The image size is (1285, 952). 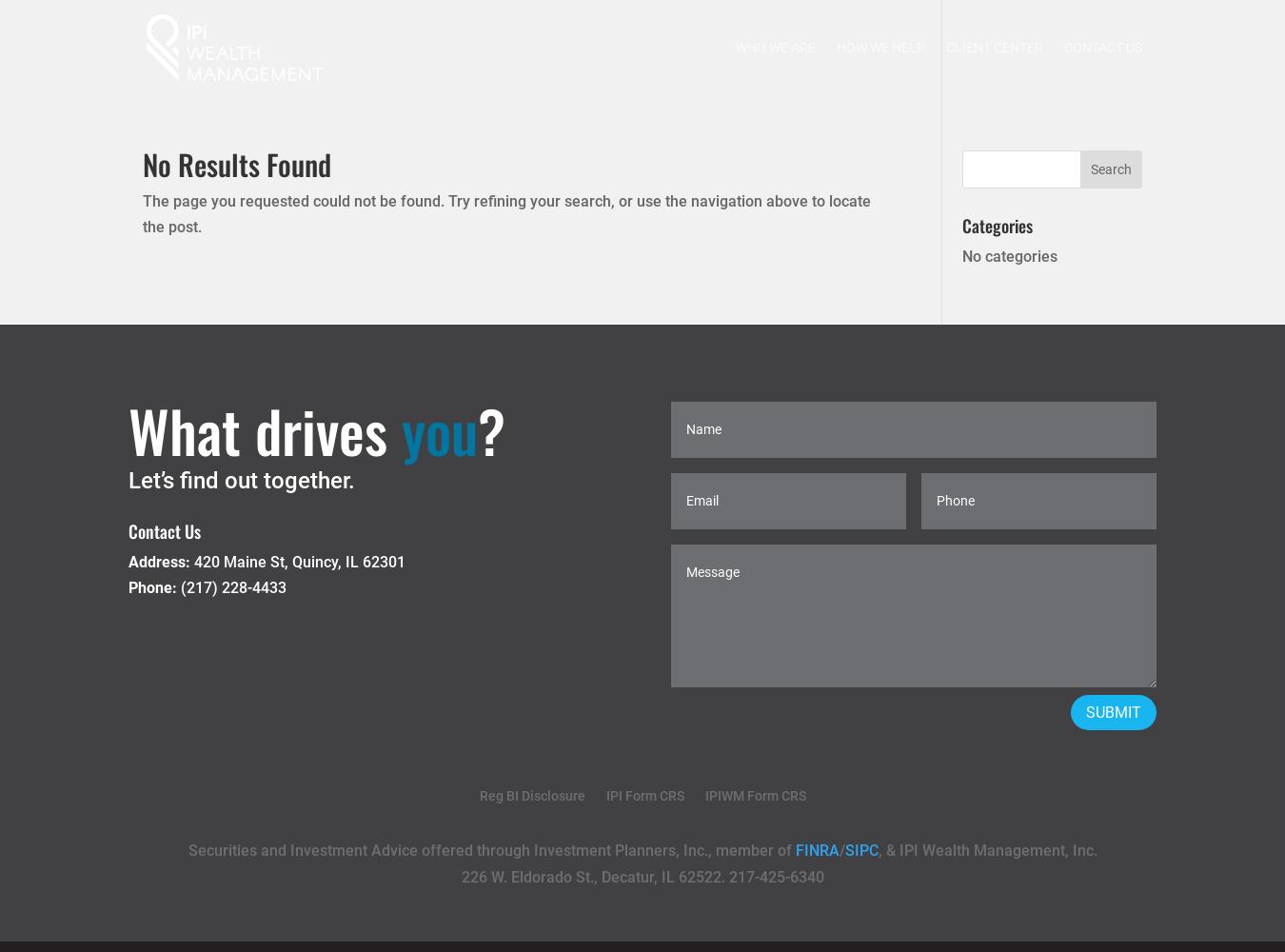 I want to click on 'Let’s find out together.', so click(x=128, y=481).